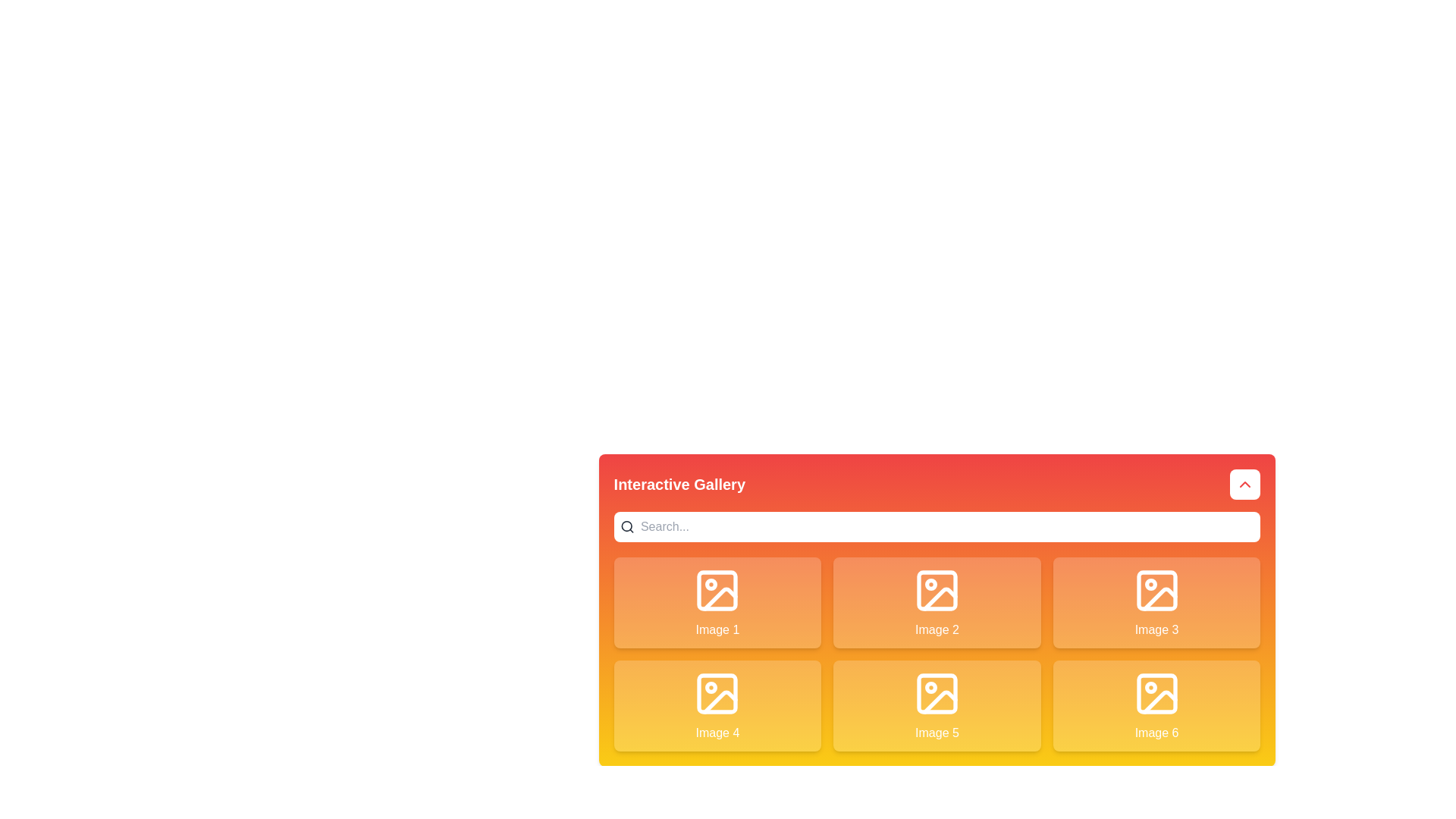 This screenshot has width=1456, height=819. What do you see at coordinates (717, 601) in the screenshot?
I see `the first card component in the grid layout` at bounding box center [717, 601].